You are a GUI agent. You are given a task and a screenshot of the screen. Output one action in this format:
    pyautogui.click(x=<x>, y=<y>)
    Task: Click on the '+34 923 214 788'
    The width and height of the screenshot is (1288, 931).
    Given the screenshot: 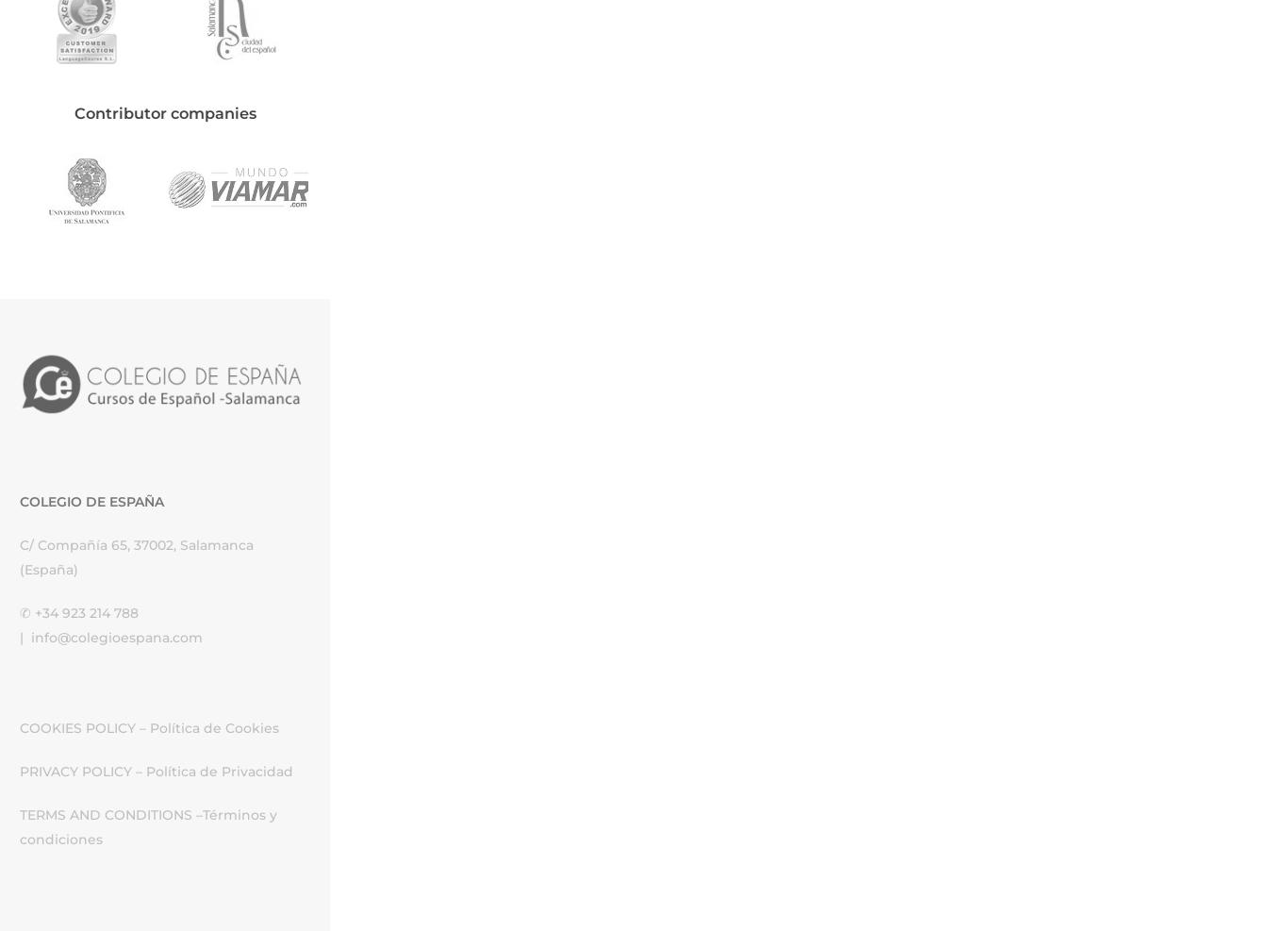 What is the action you would take?
    pyautogui.click(x=86, y=613)
    